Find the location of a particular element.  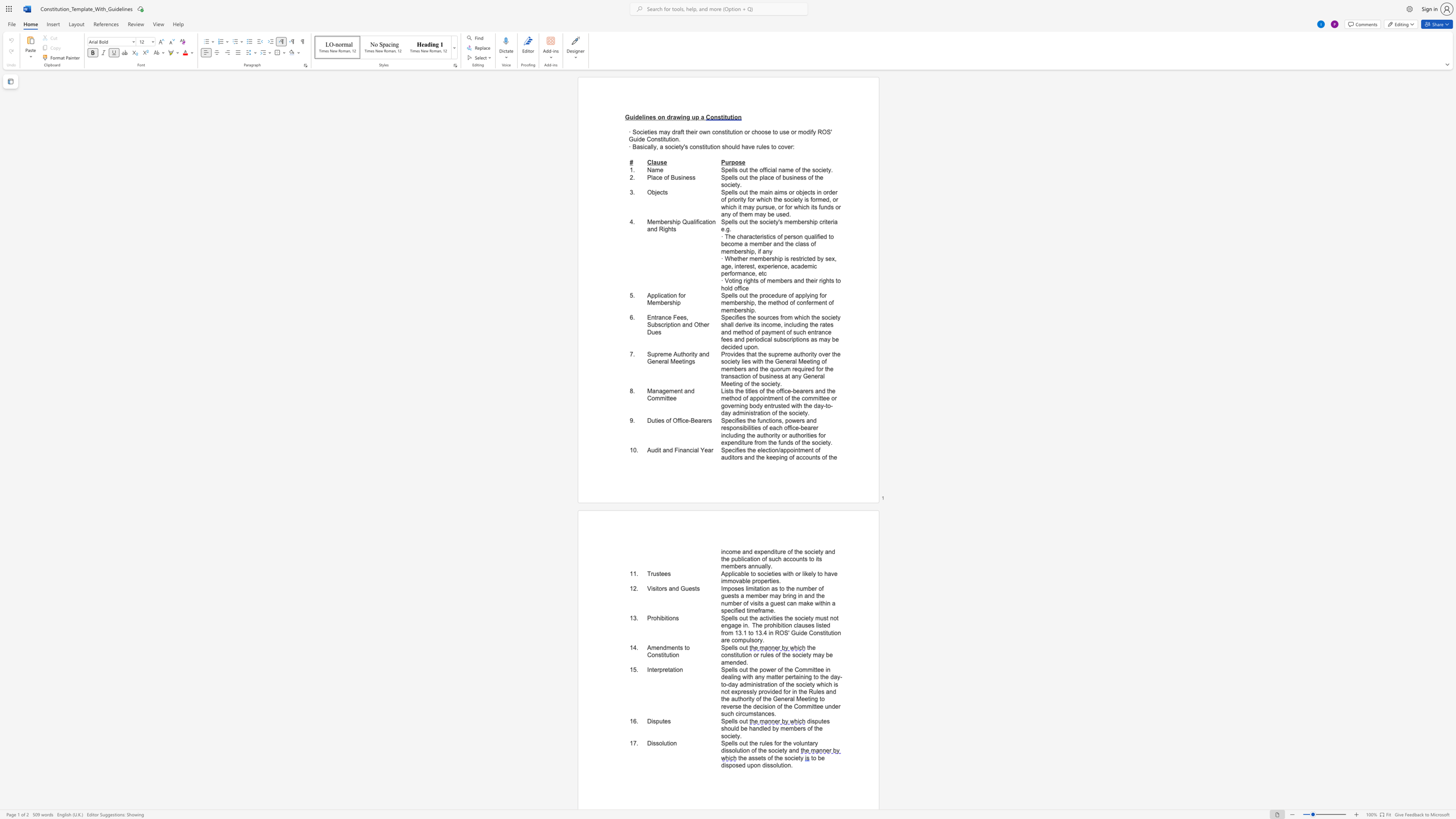

the subset text "nstituti" within the text "Amendments to Constitution" is located at coordinates (654, 655).